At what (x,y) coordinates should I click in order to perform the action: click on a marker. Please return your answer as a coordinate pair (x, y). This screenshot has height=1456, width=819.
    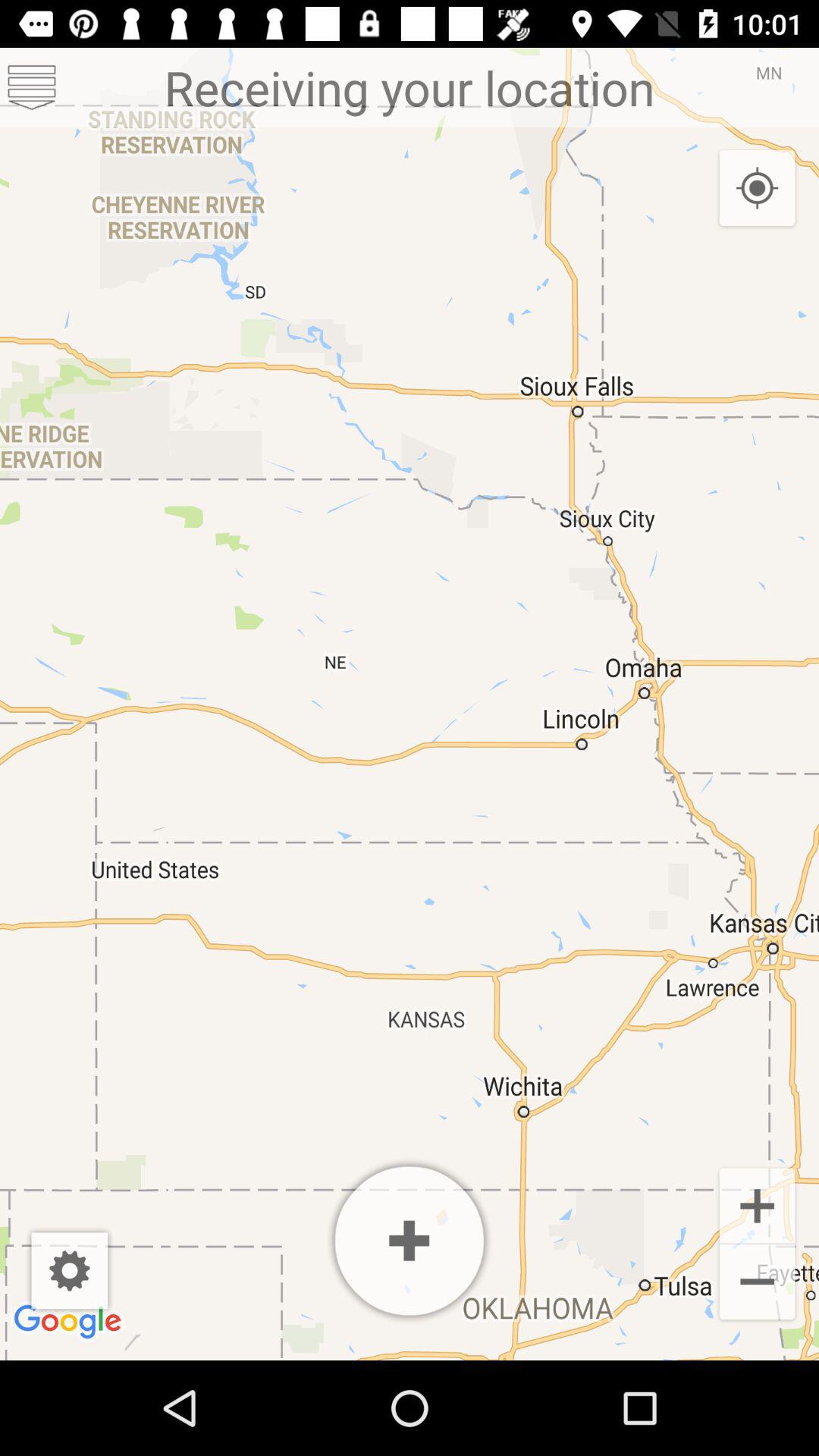
    Looking at the image, I should click on (409, 1241).